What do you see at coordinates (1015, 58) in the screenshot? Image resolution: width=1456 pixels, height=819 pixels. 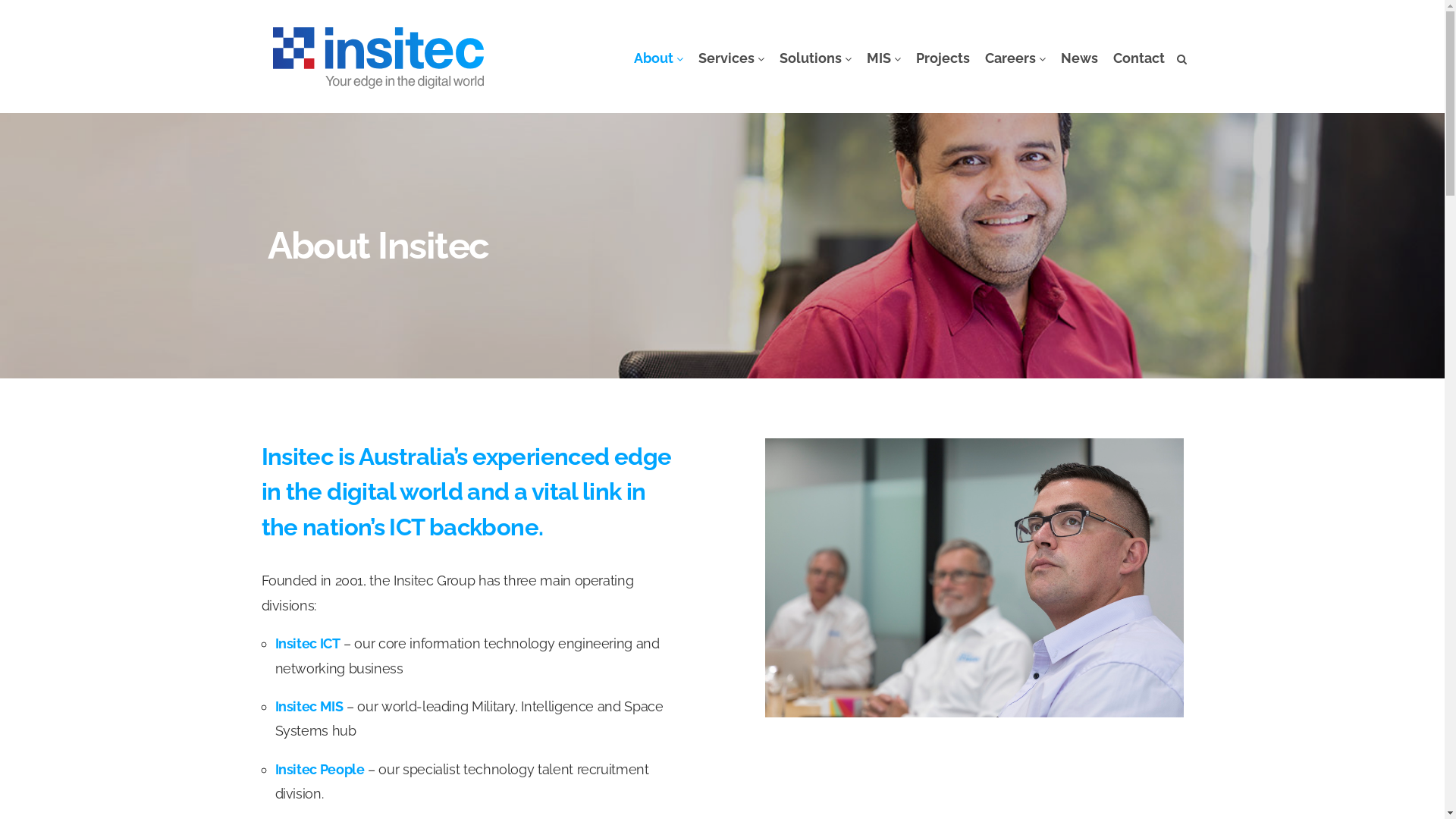 I see `'Careers'` at bounding box center [1015, 58].